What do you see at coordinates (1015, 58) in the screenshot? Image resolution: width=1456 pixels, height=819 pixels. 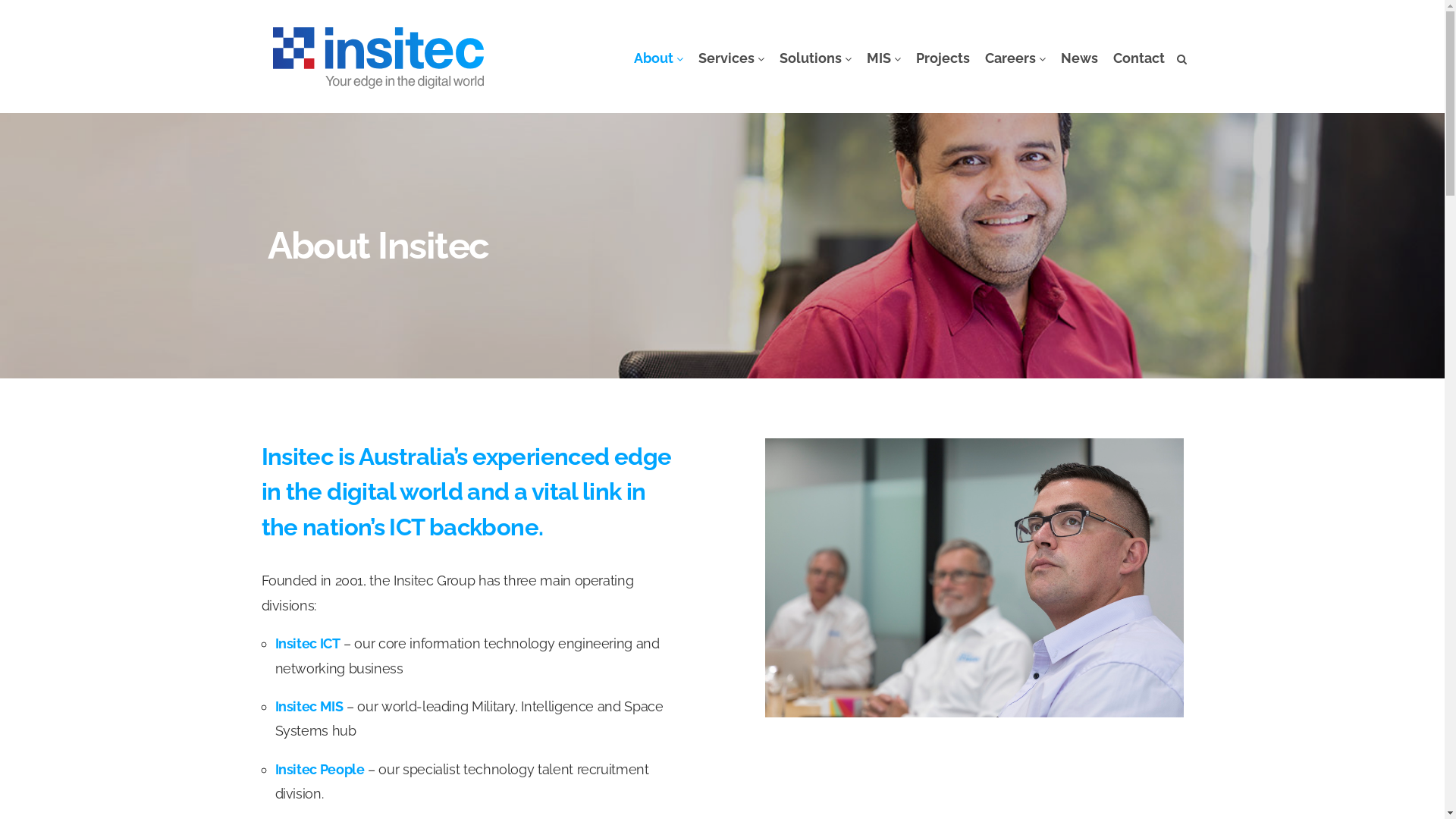 I see `'Careers'` at bounding box center [1015, 58].